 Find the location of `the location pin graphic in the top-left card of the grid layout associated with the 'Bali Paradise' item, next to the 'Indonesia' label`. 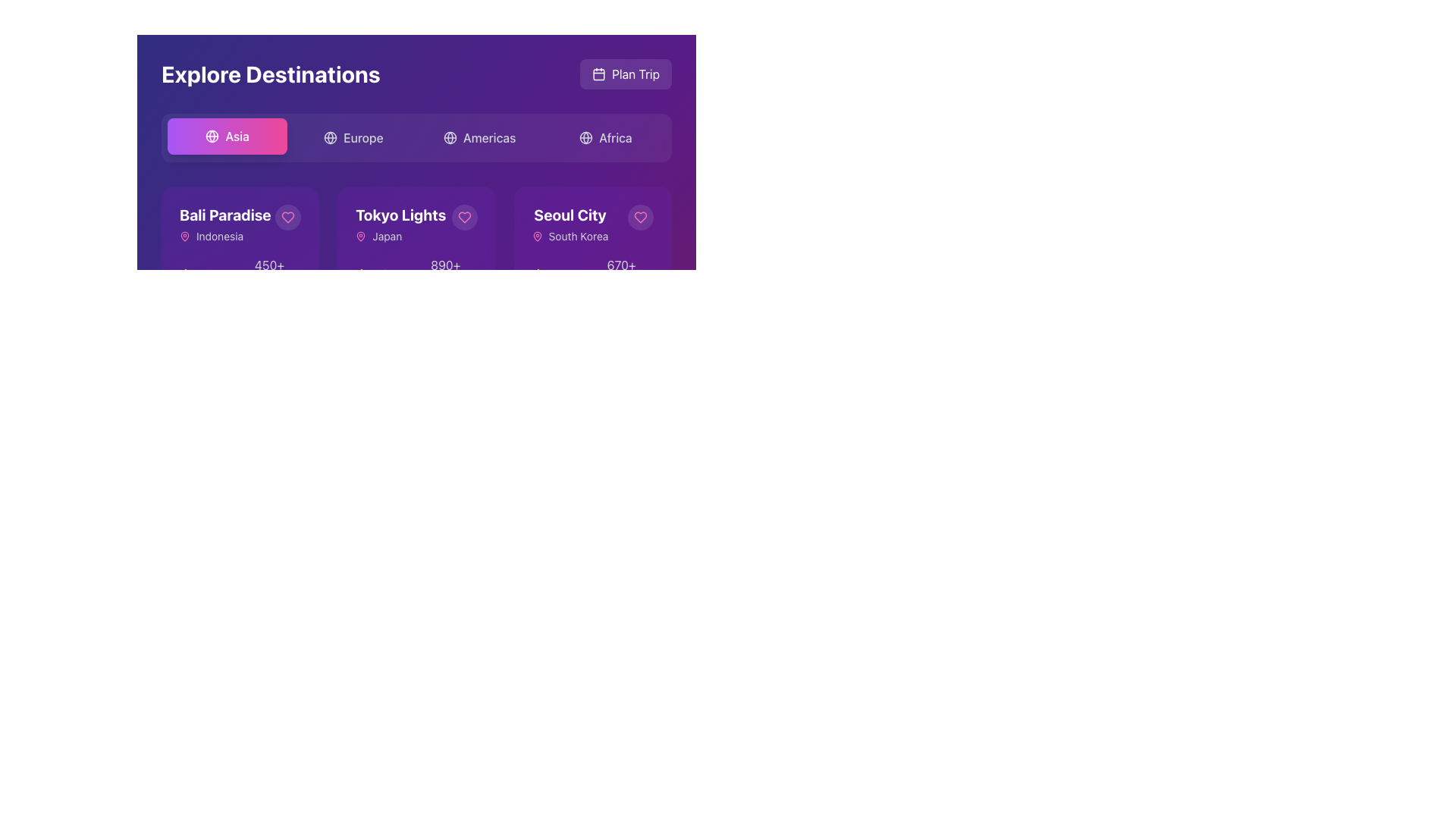

the location pin graphic in the top-left card of the grid layout associated with the 'Bali Paradise' item, next to the 'Indonesia' label is located at coordinates (184, 236).